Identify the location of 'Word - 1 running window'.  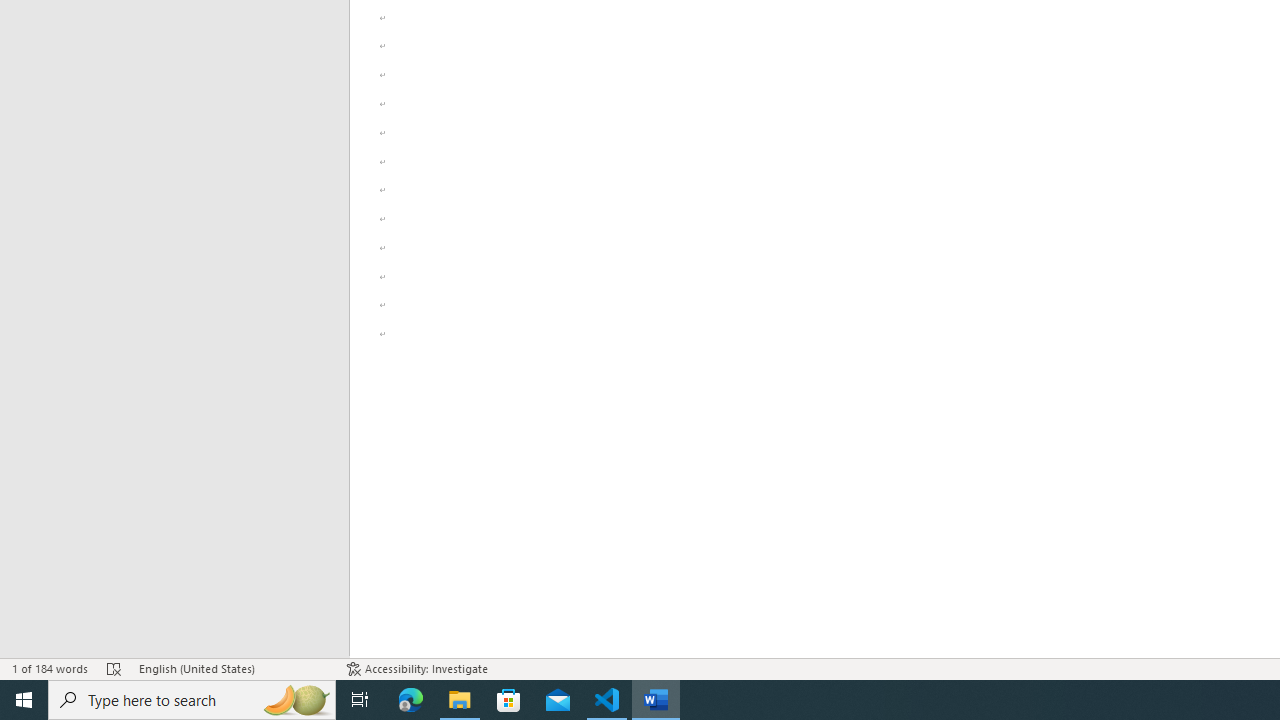
(656, 698).